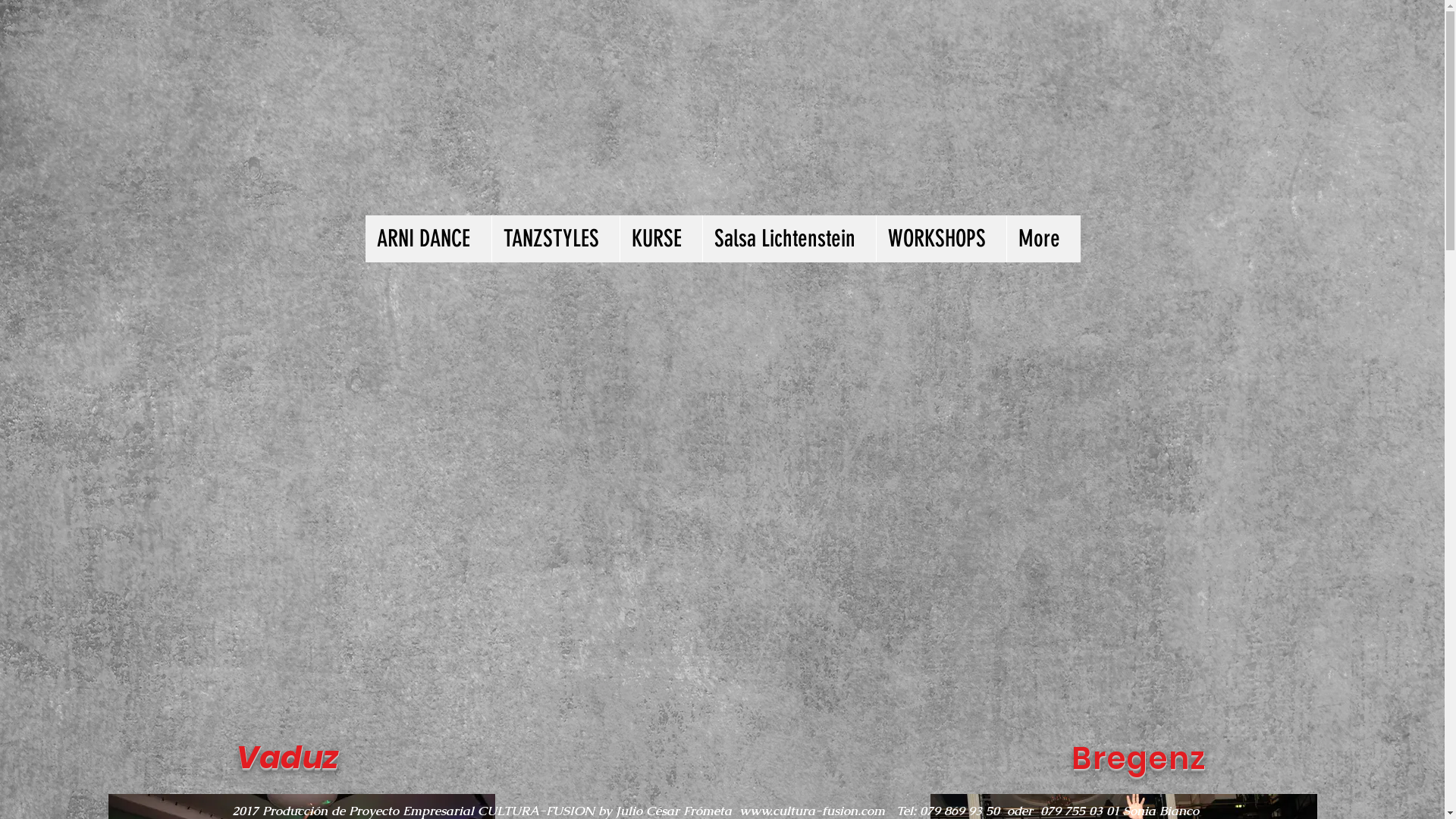 The image size is (1456, 819). Describe the element at coordinates (428, 239) in the screenshot. I see `'ARNI DANCE'` at that location.